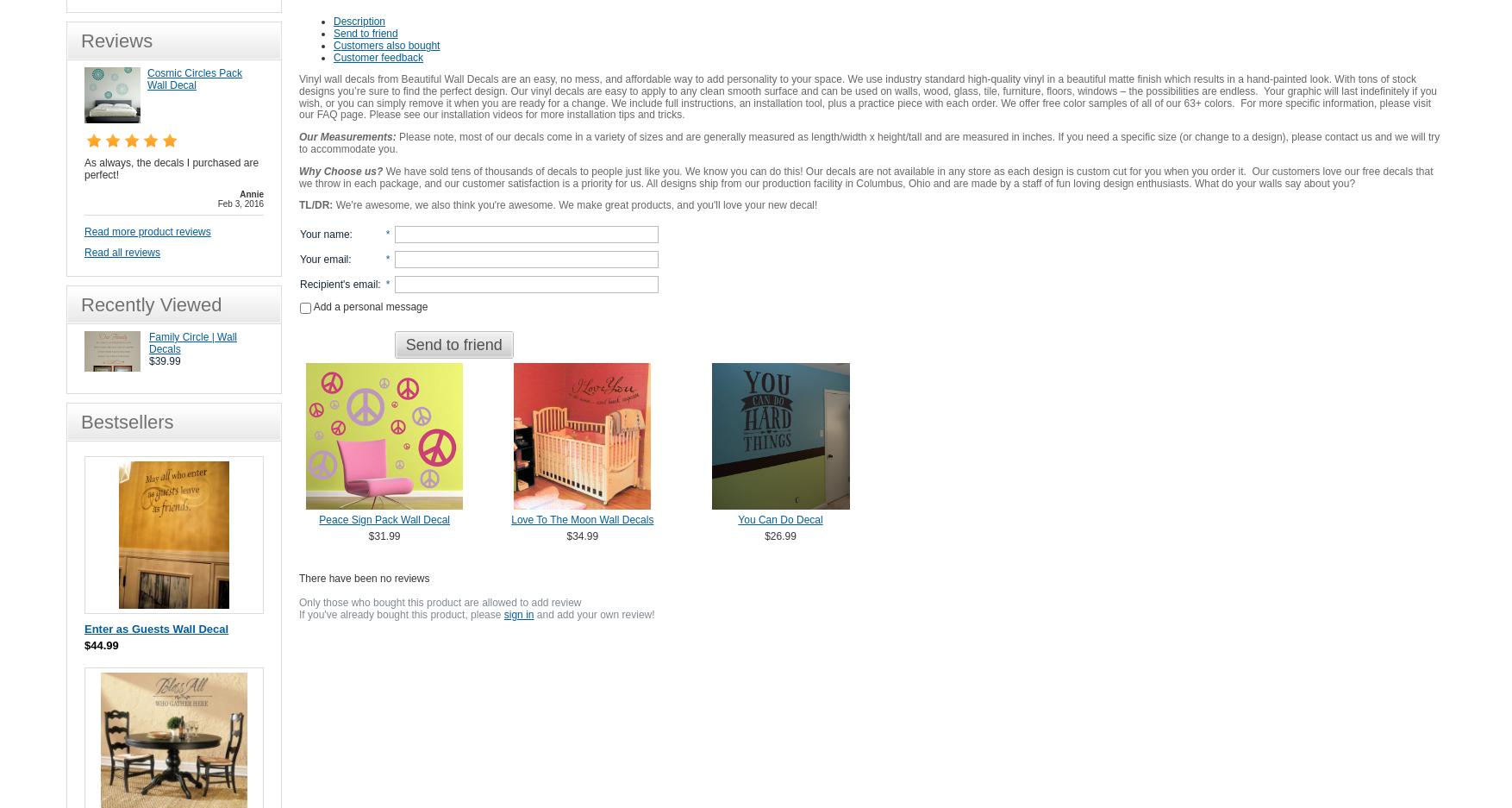  Describe the element at coordinates (780, 518) in the screenshot. I see `'You Can Do Decal'` at that location.